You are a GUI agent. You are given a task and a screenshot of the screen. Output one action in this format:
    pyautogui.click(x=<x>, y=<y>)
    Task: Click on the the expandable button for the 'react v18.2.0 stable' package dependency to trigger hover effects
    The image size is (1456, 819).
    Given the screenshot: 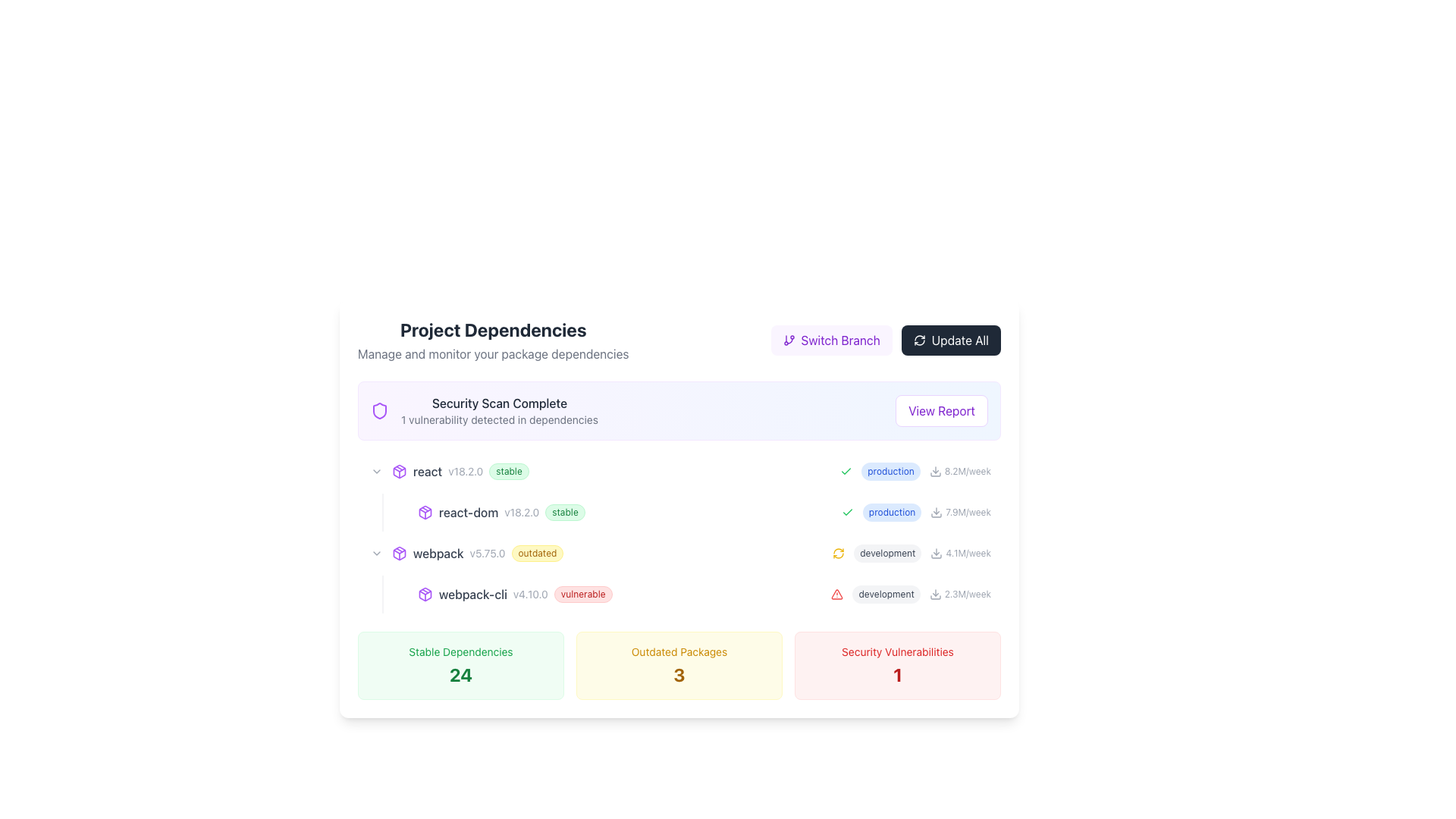 What is the action you would take?
    pyautogui.click(x=377, y=470)
    